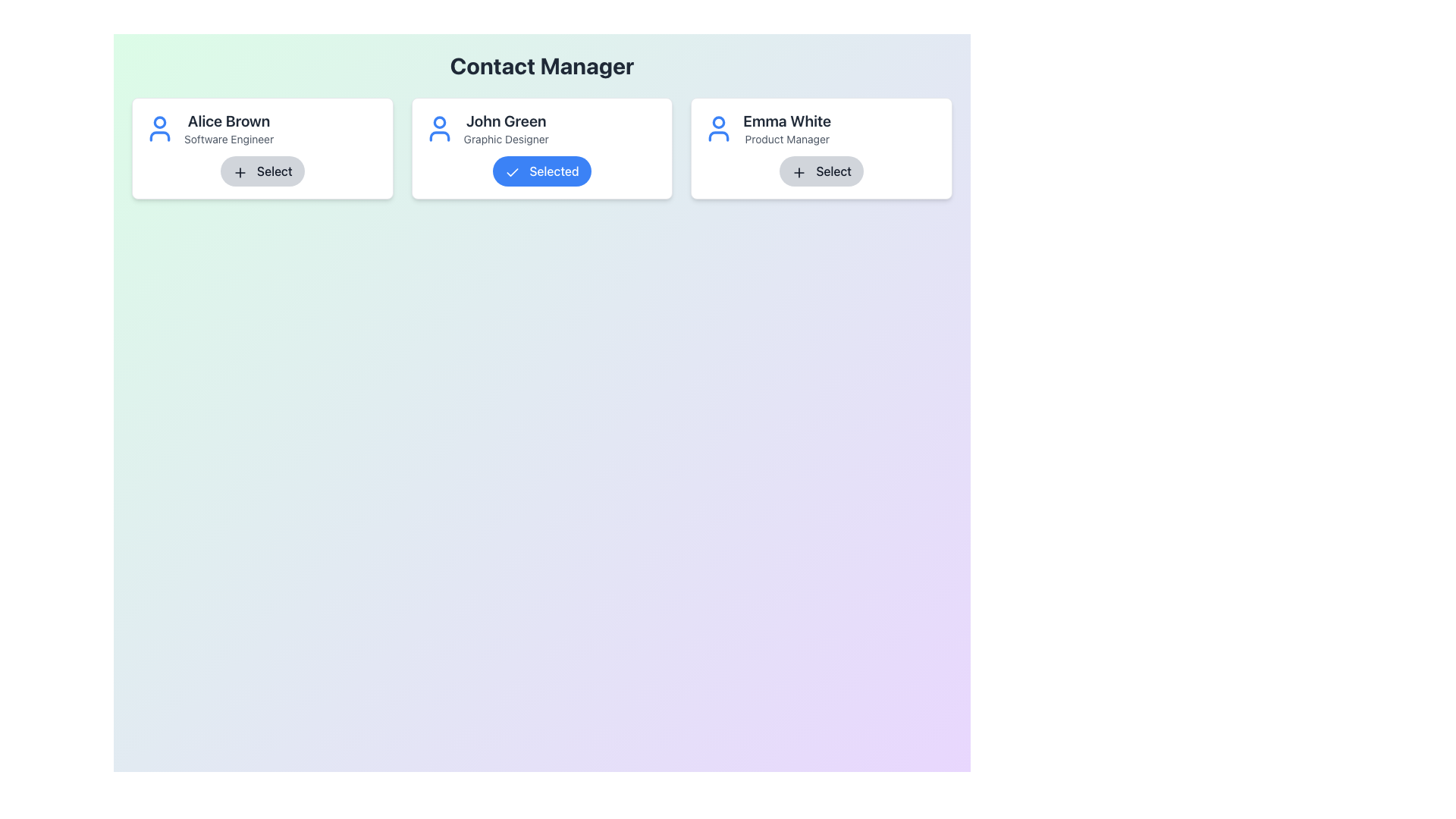 This screenshot has width=1456, height=819. Describe the element at coordinates (787, 127) in the screenshot. I see `the textual display showing 'Emma White' and 'Product Manager' located in the top-right section of the interface` at that location.